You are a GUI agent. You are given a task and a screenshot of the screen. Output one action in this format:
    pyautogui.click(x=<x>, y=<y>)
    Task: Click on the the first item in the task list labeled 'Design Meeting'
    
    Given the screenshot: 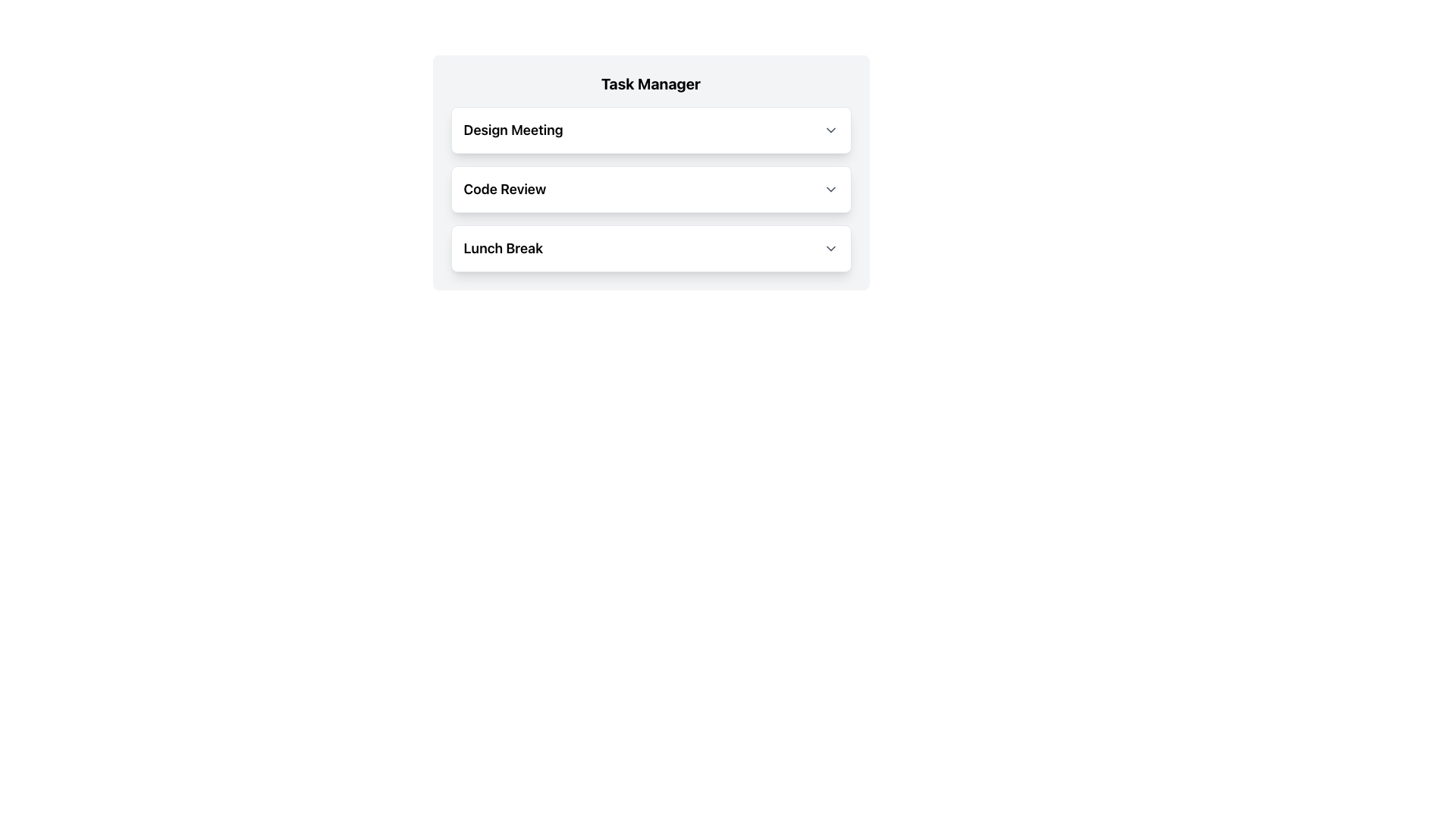 What is the action you would take?
    pyautogui.click(x=651, y=130)
    